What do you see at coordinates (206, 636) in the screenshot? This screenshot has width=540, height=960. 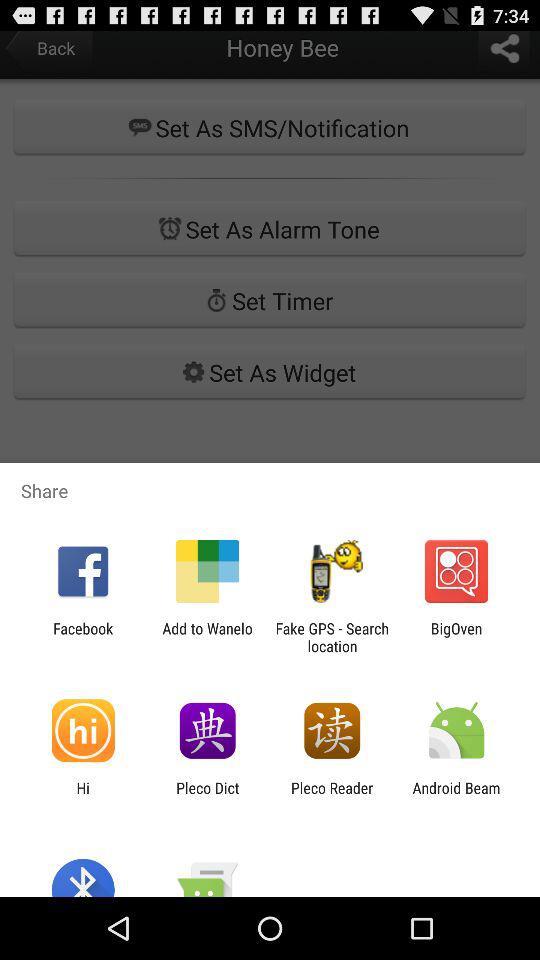 I see `add to wanelo icon` at bounding box center [206, 636].